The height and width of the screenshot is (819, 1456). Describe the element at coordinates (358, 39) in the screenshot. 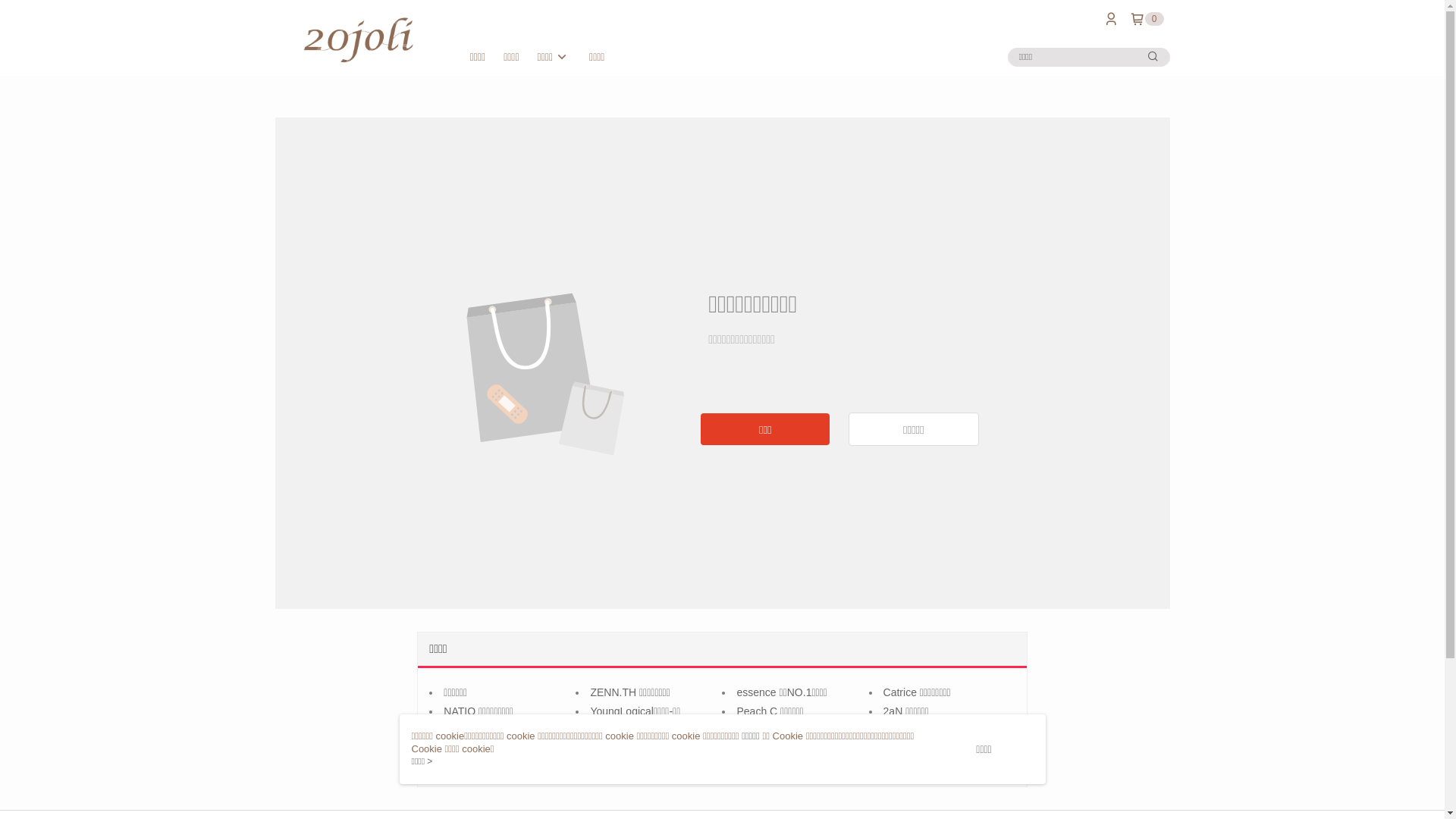

I see `'20 Joli'` at that location.